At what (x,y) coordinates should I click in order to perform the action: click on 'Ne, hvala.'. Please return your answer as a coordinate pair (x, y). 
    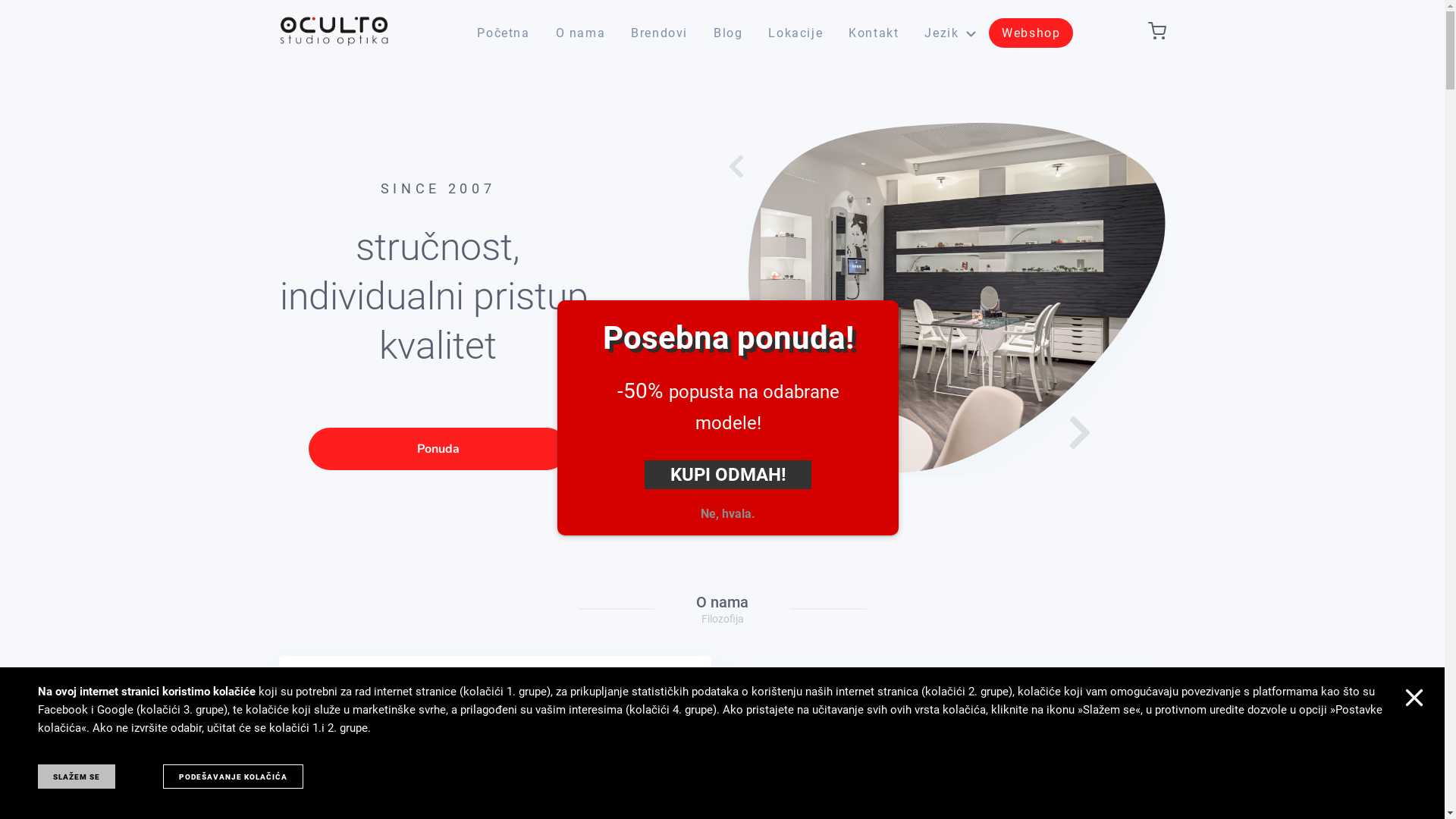
    Looking at the image, I should click on (728, 513).